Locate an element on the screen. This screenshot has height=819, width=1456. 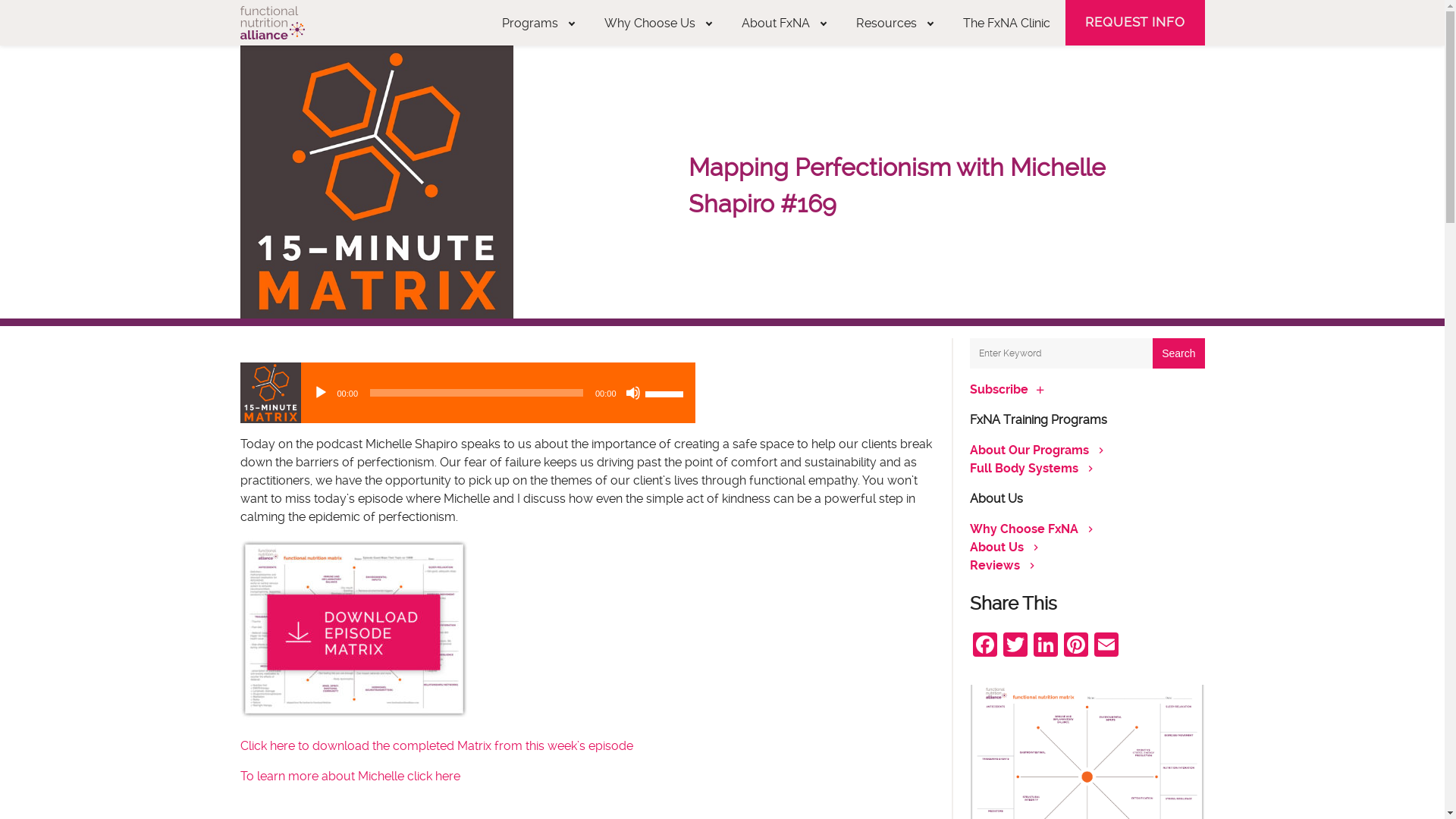
'Resources' is located at coordinates (894, 23).